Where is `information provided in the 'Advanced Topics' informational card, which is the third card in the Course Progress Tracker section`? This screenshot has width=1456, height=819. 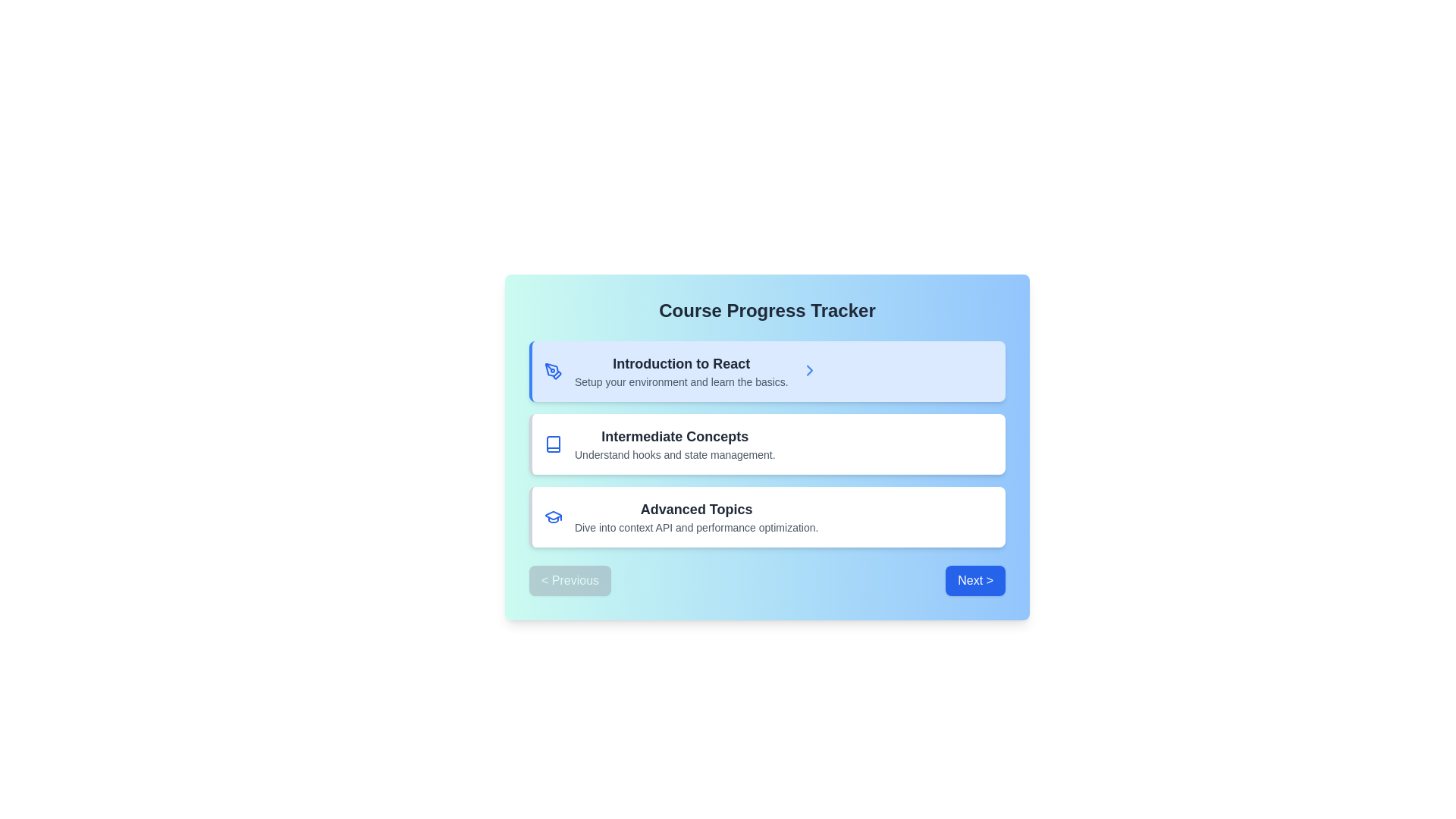 information provided in the 'Advanced Topics' informational card, which is the third card in the Course Progress Tracker section is located at coordinates (767, 516).